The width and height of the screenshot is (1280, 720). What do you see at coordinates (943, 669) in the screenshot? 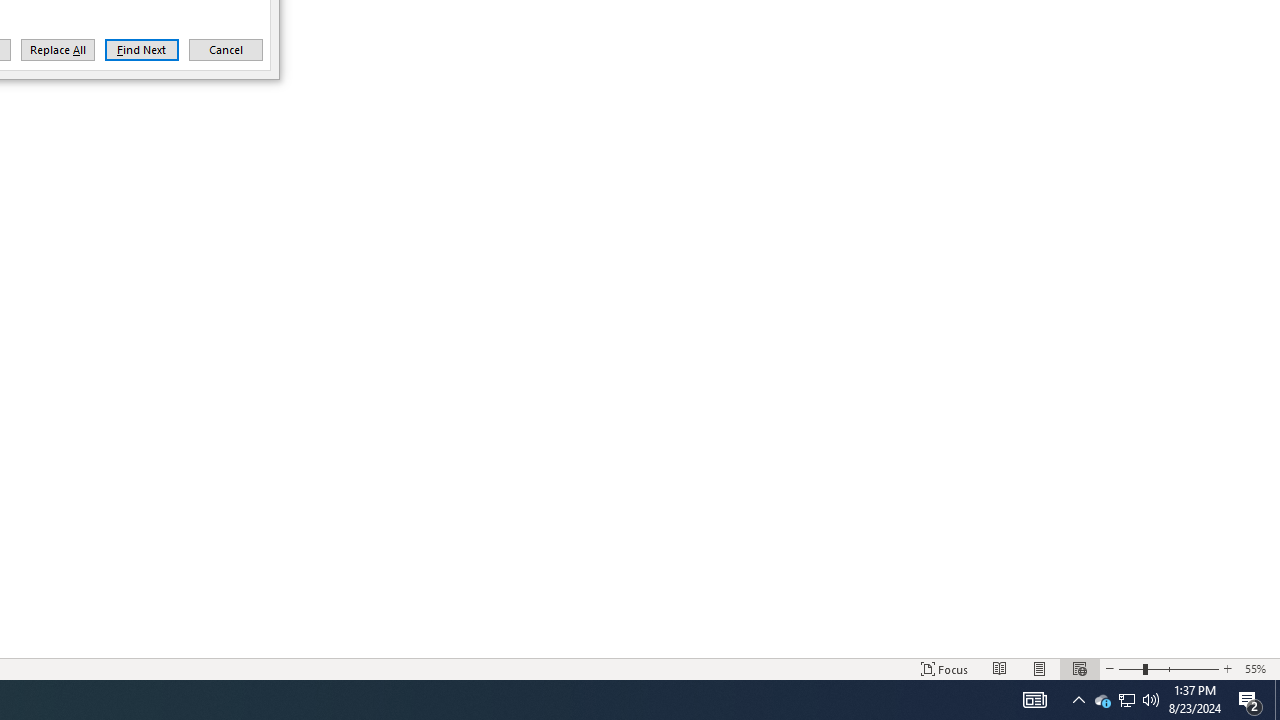
I see `'Focus '` at bounding box center [943, 669].